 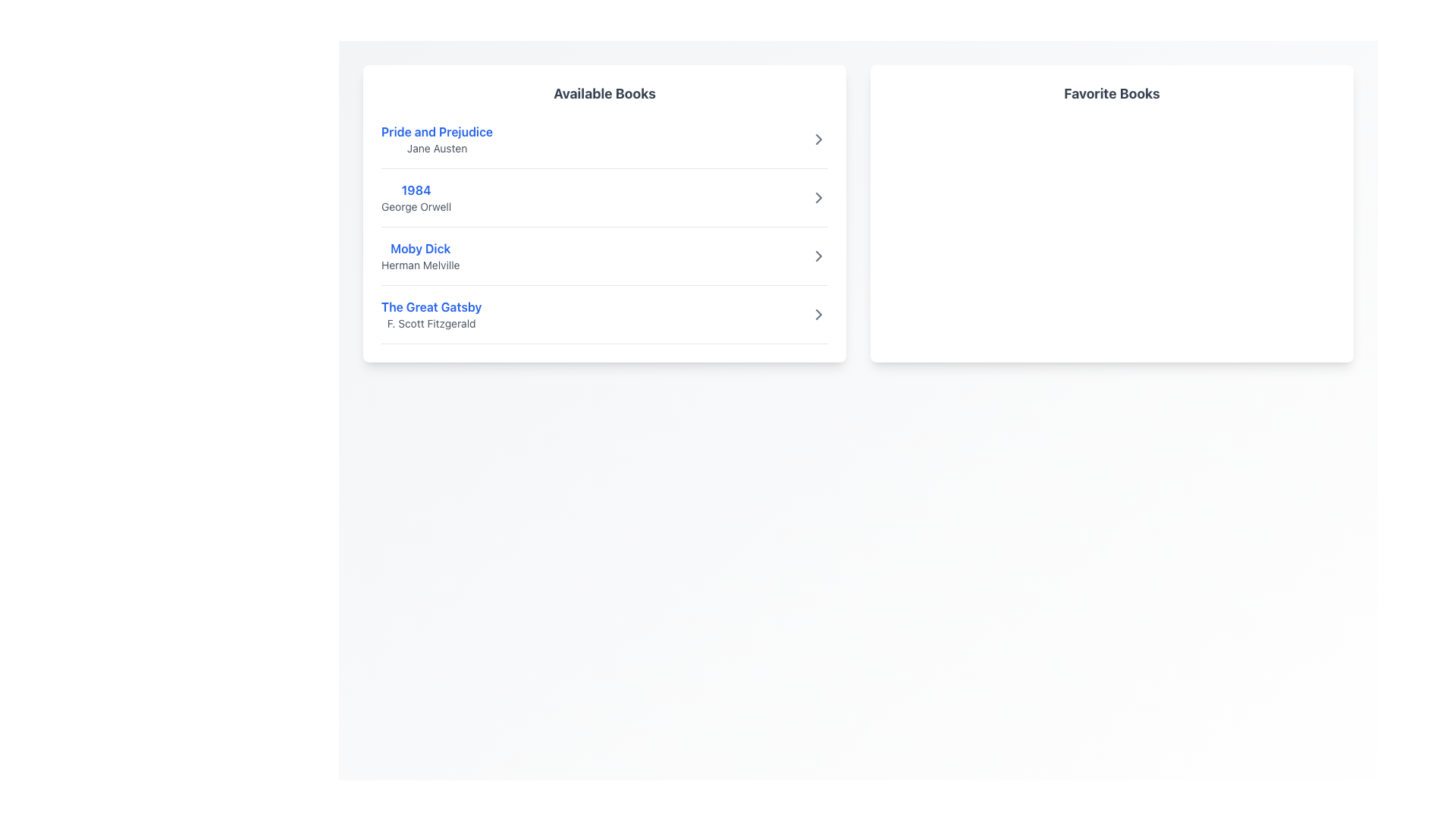 I want to click on the Chevron Icon located at the far right of the list item containing the book title '1984' by George Orwell in the 'Available Books' section, so click(x=818, y=197).